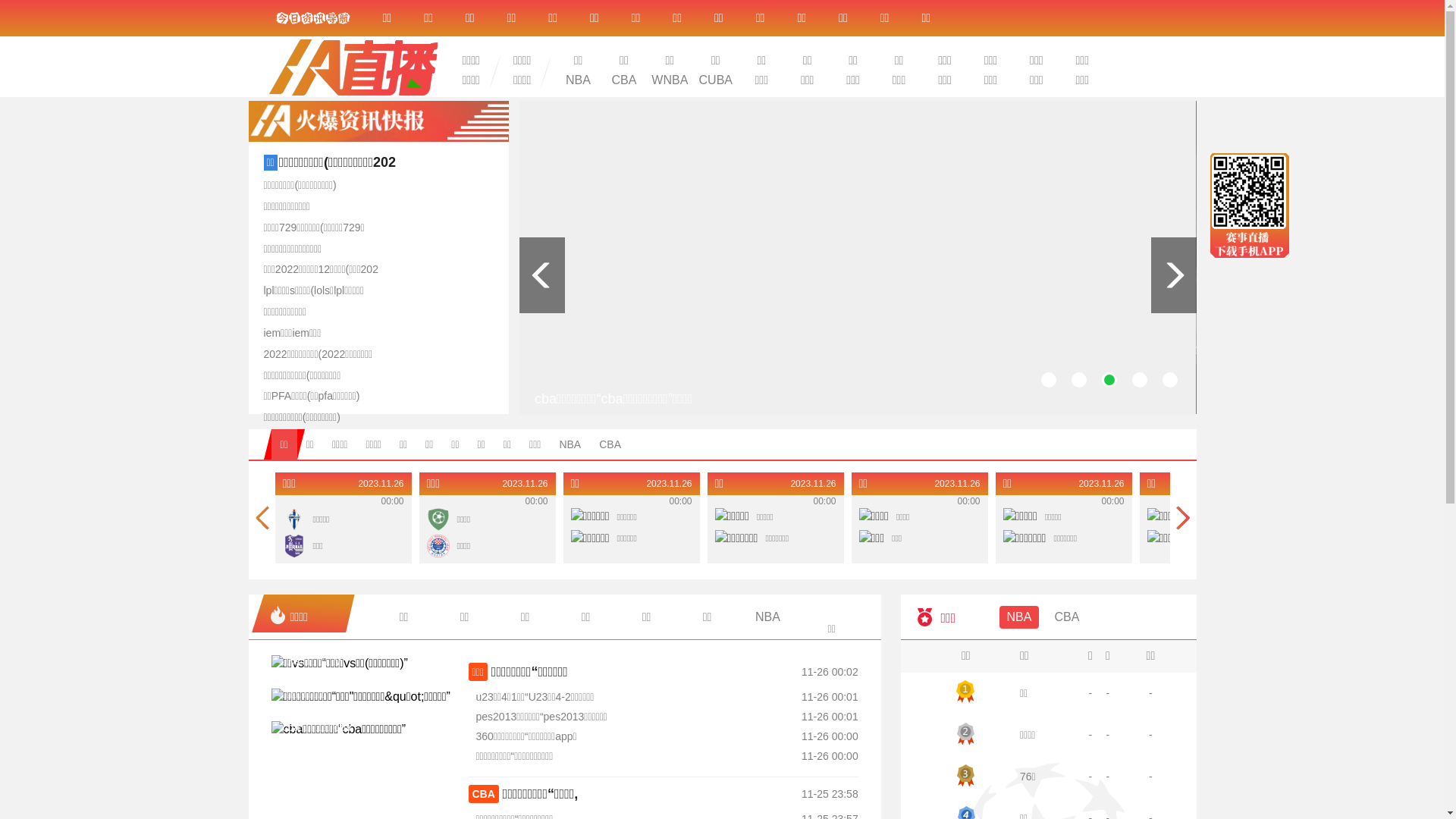 The height and width of the screenshot is (819, 1456). I want to click on 'CUBA', so click(715, 80).